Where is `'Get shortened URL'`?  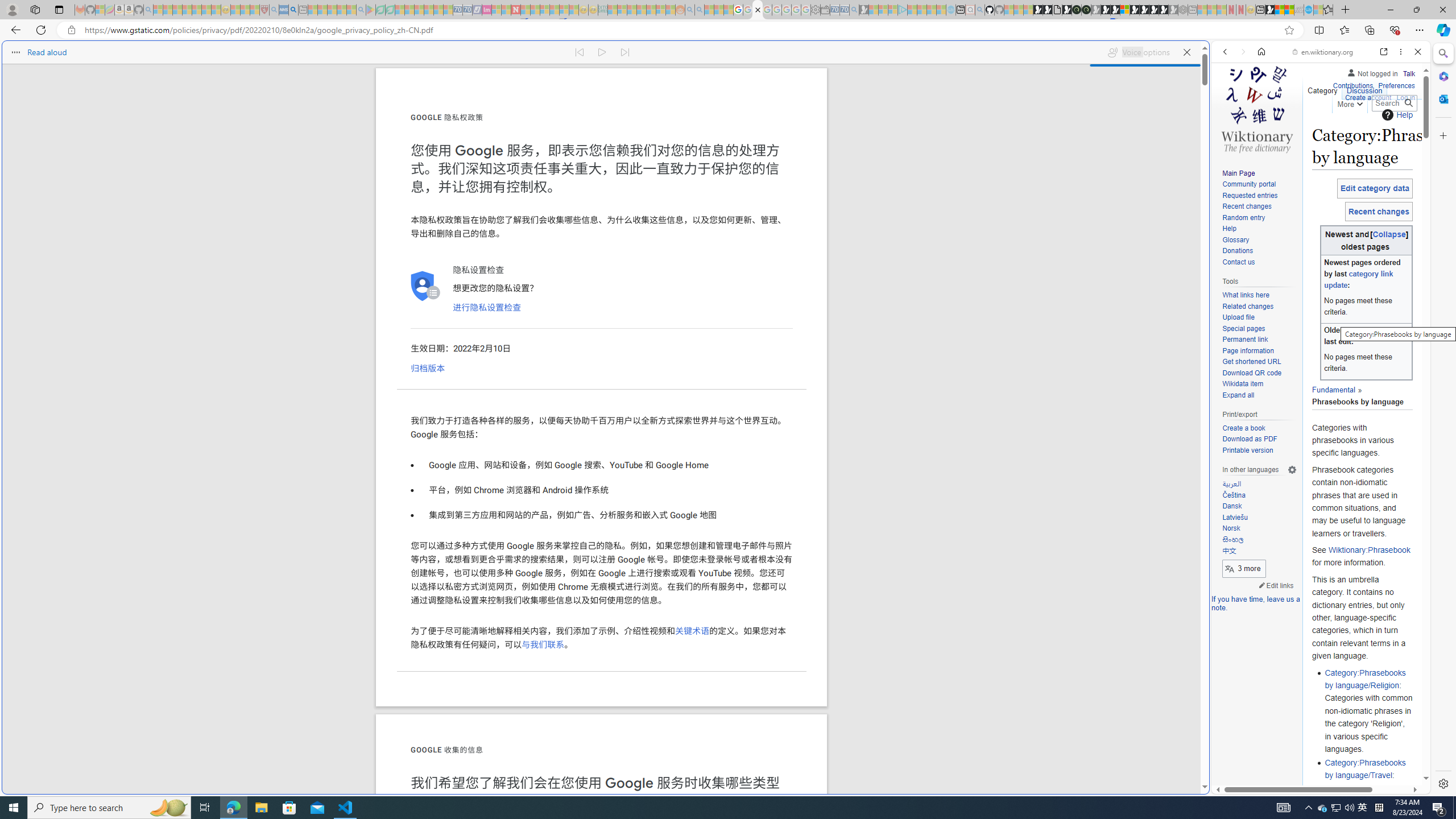
'Get shortened URL' is located at coordinates (1259, 361).